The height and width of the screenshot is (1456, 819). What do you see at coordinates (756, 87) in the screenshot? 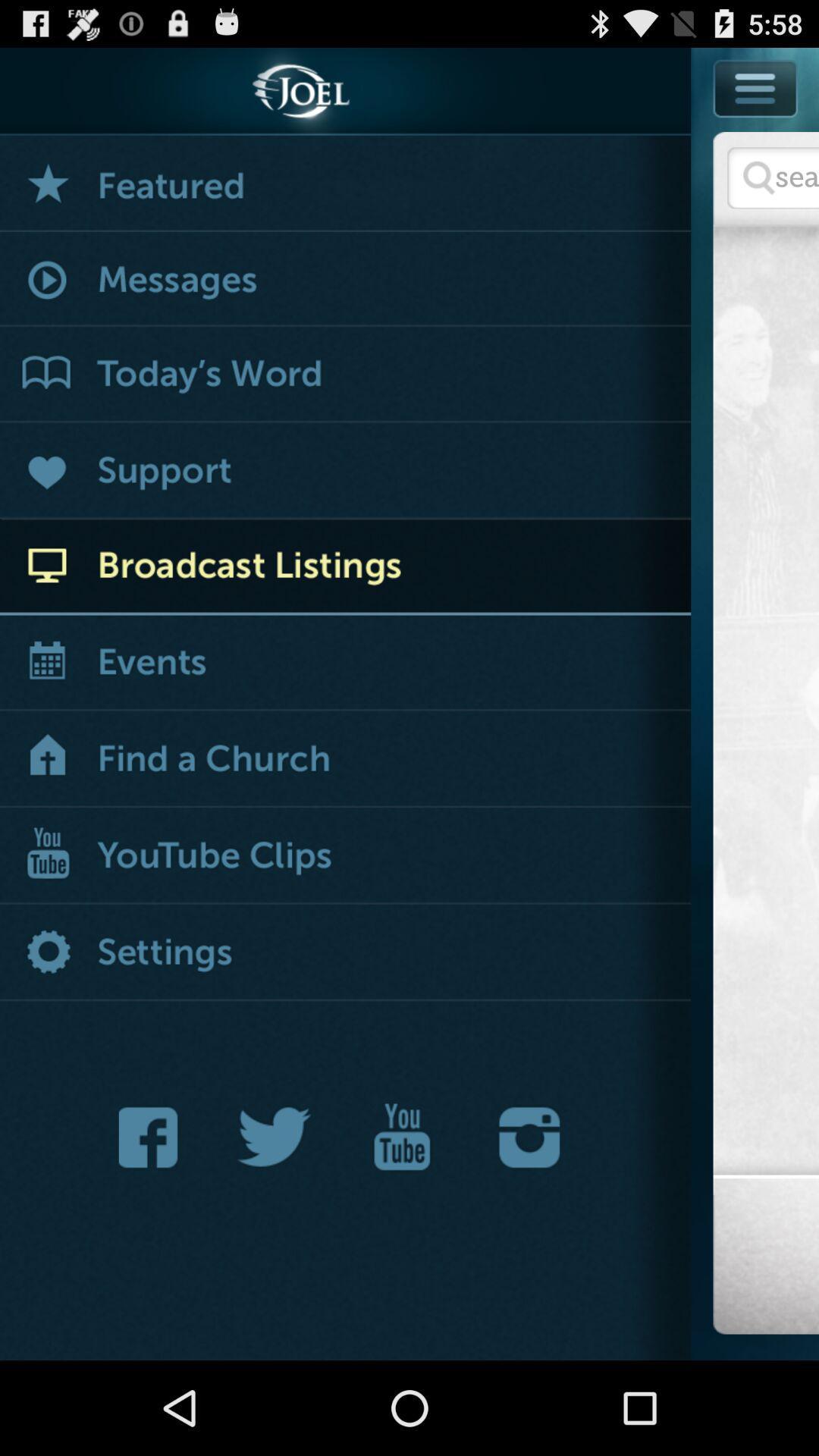
I see `tap to menu` at bounding box center [756, 87].